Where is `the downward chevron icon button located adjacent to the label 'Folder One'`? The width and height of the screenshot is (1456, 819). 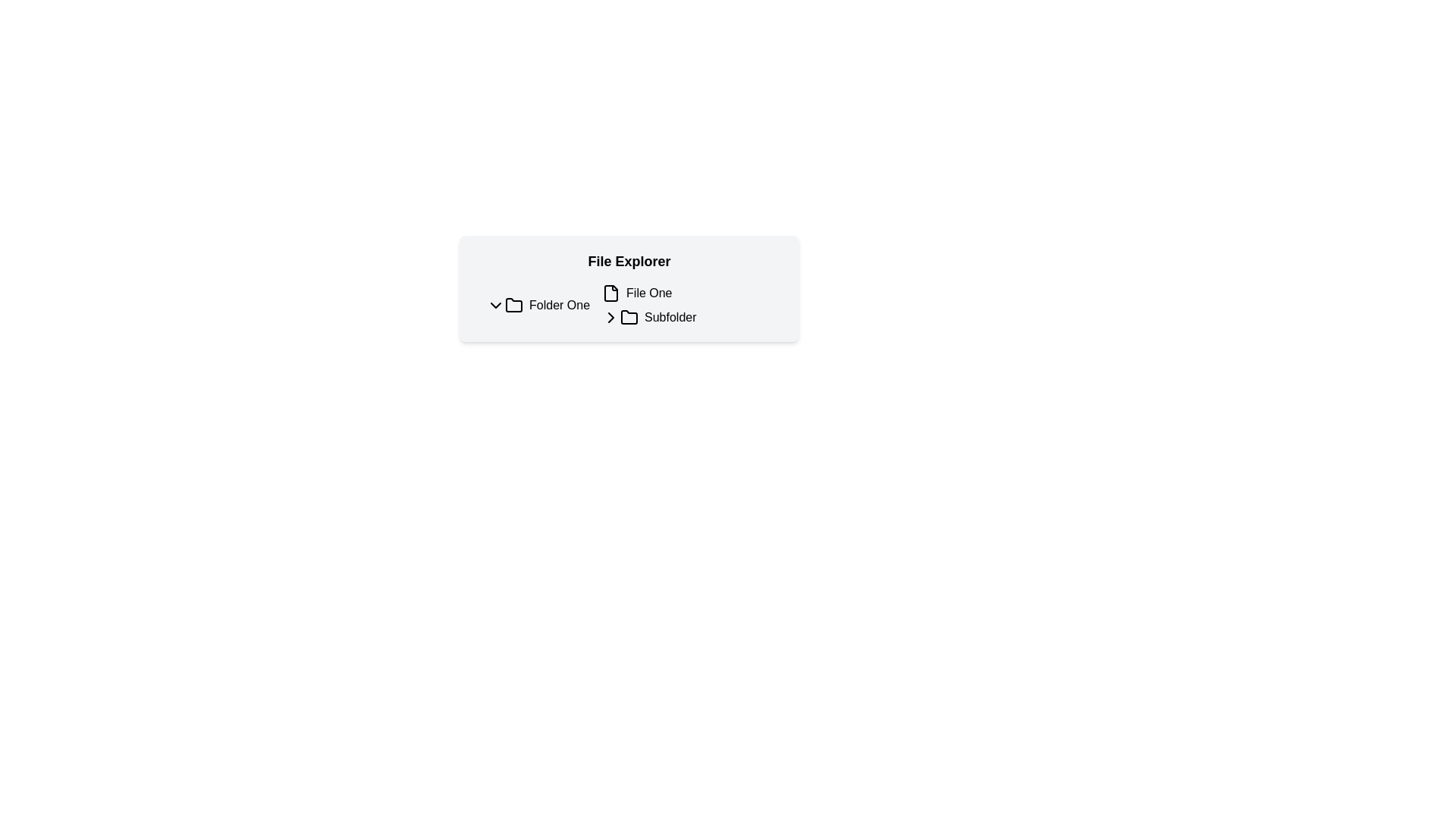
the downward chevron icon button located adjacent to the label 'Folder One' is located at coordinates (495, 305).